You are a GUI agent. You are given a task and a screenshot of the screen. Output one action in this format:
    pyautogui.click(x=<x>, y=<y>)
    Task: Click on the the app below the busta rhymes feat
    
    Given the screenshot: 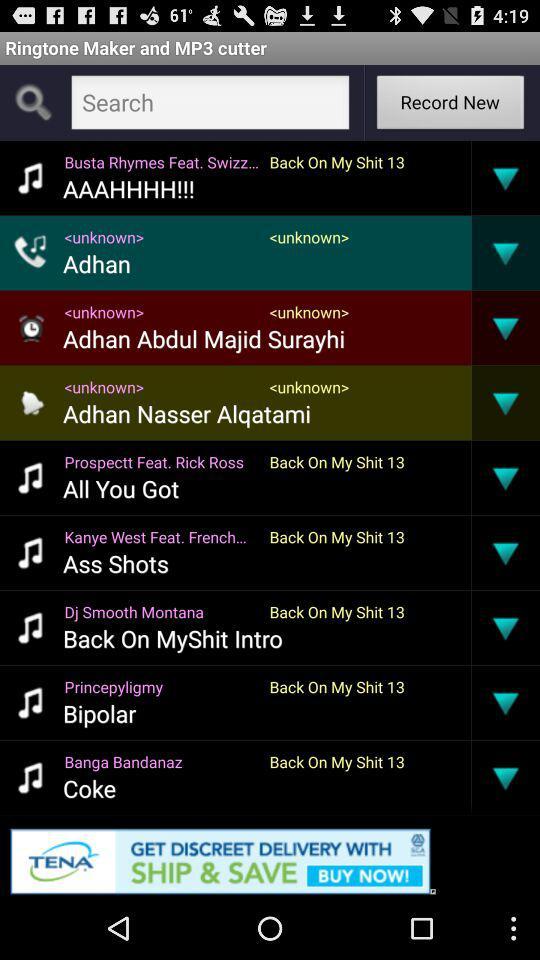 What is the action you would take?
    pyautogui.click(x=128, y=188)
    